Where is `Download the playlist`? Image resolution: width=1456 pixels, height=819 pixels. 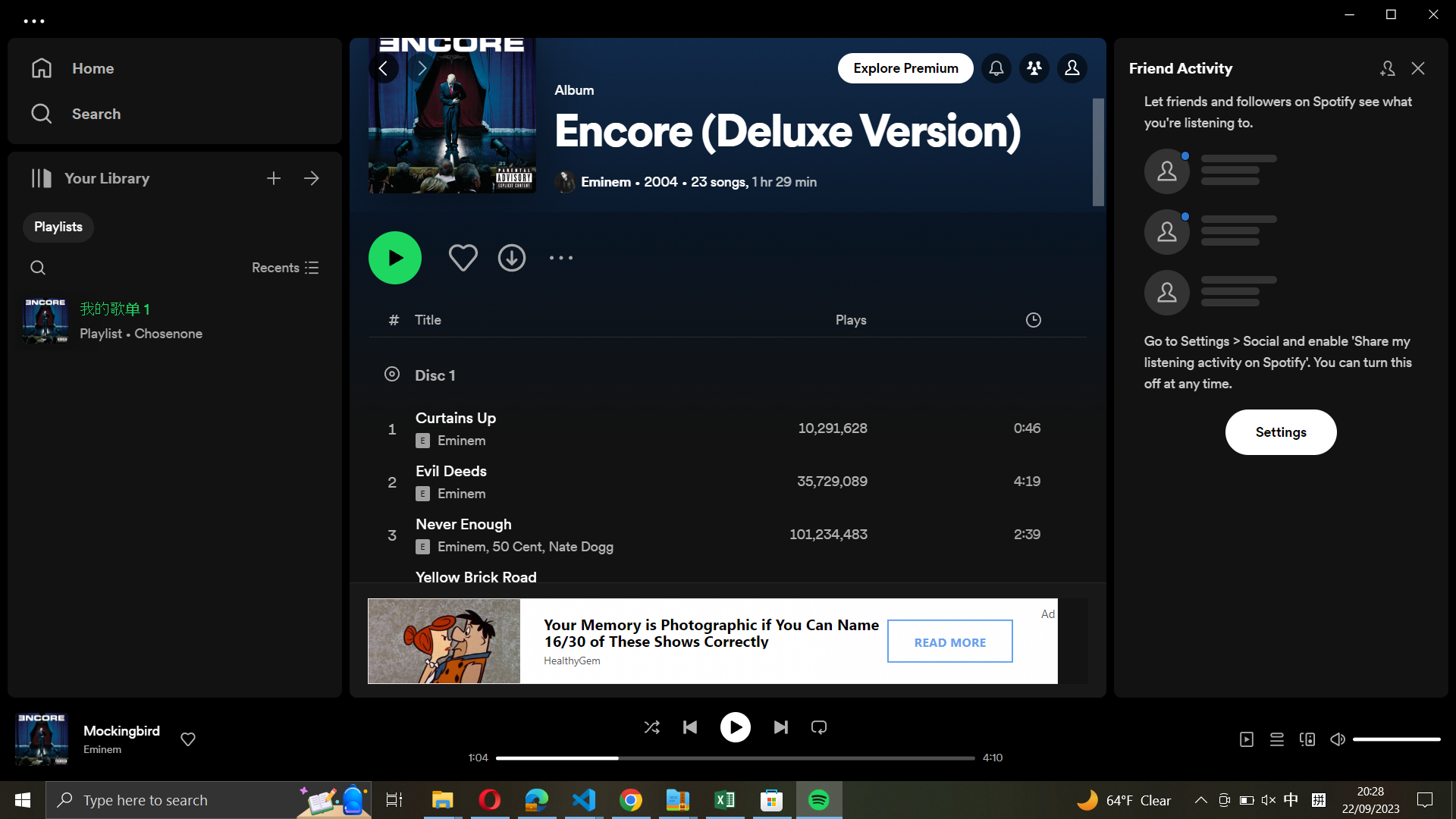 Download the playlist is located at coordinates (513, 255).